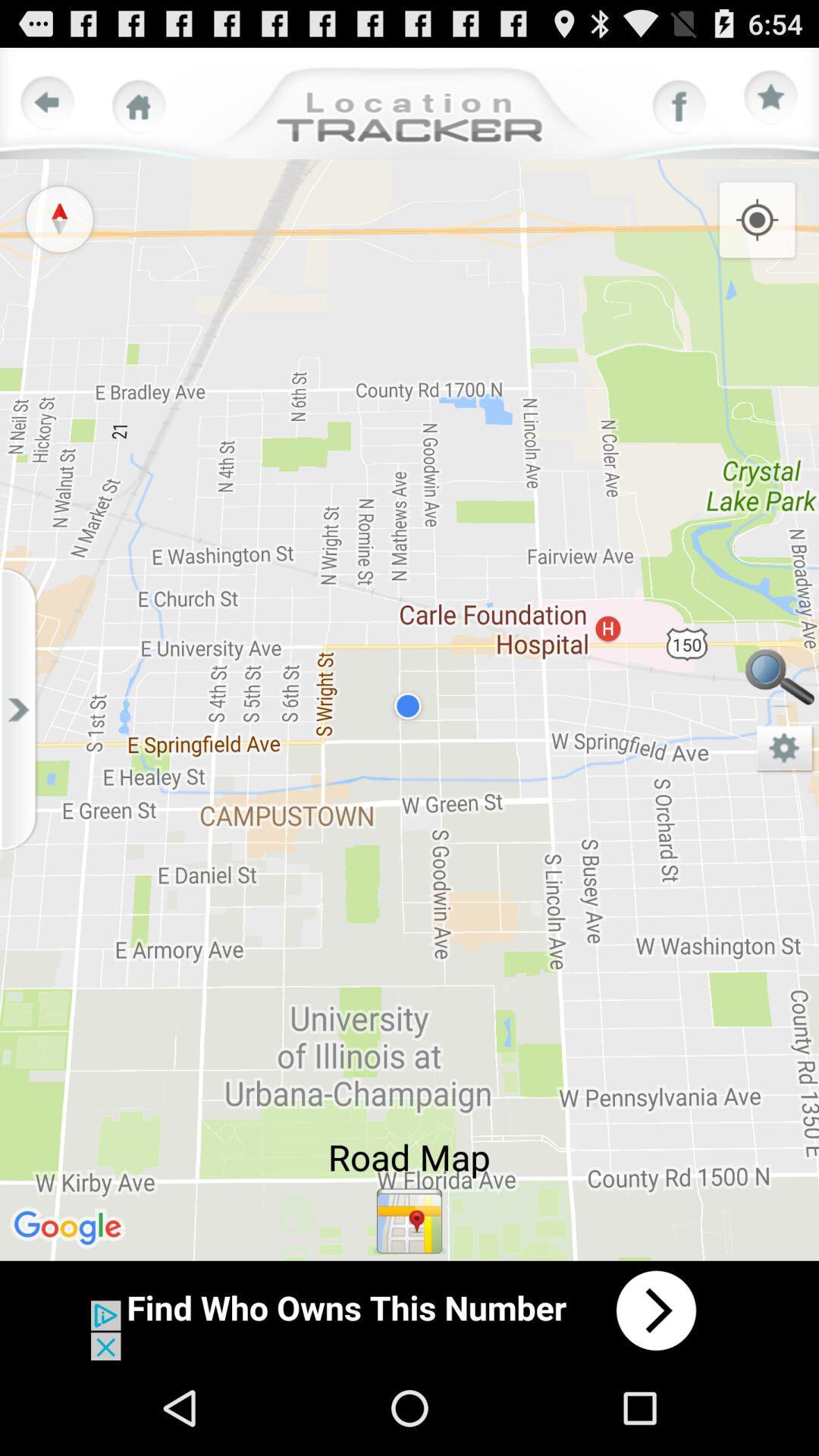 This screenshot has width=819, height=1456. Describe the element at coordinates (771, 97) in the screenshot. I see `option` at that location.